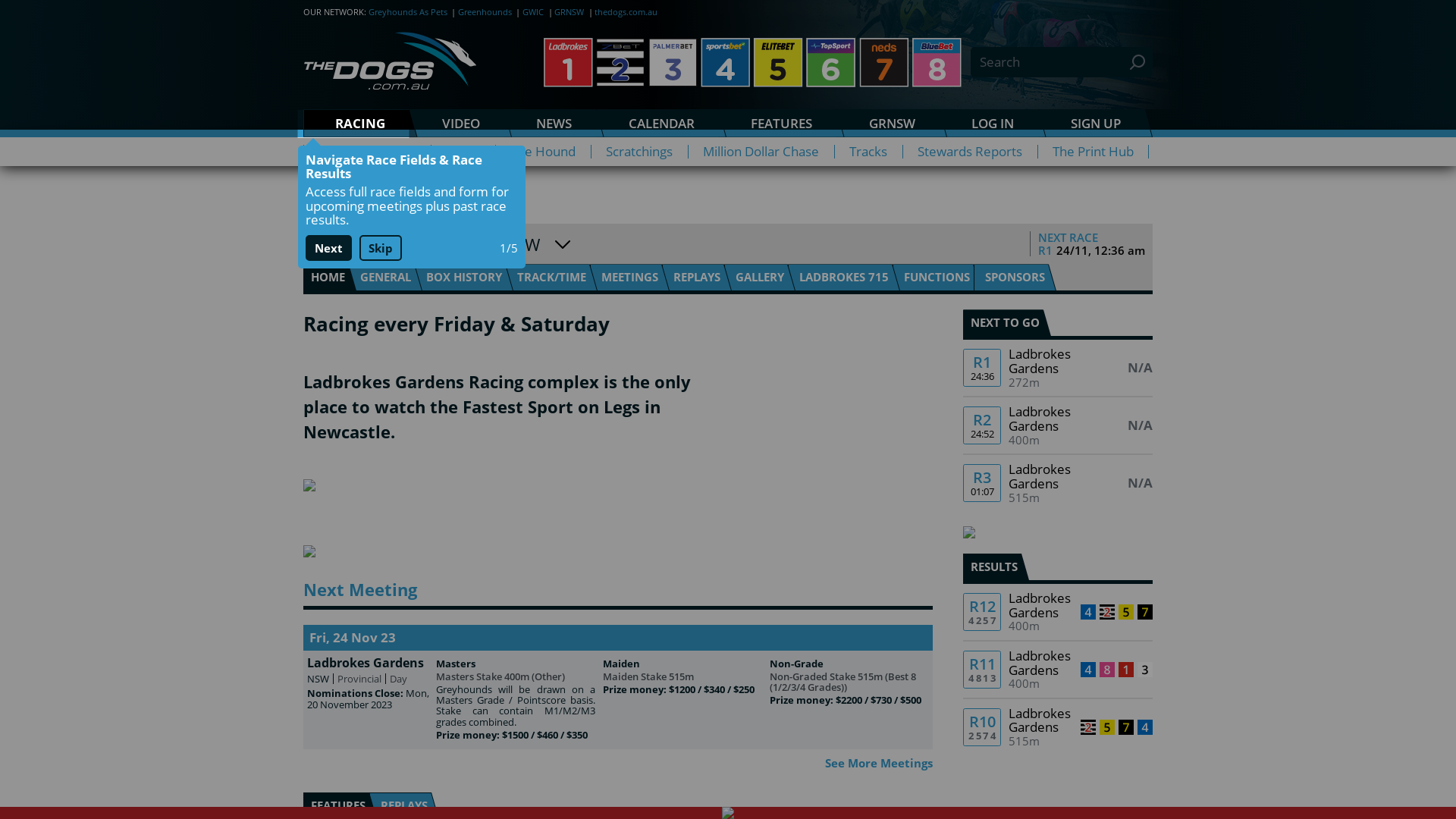  I want to click on 'HOME', so click(303, 277).